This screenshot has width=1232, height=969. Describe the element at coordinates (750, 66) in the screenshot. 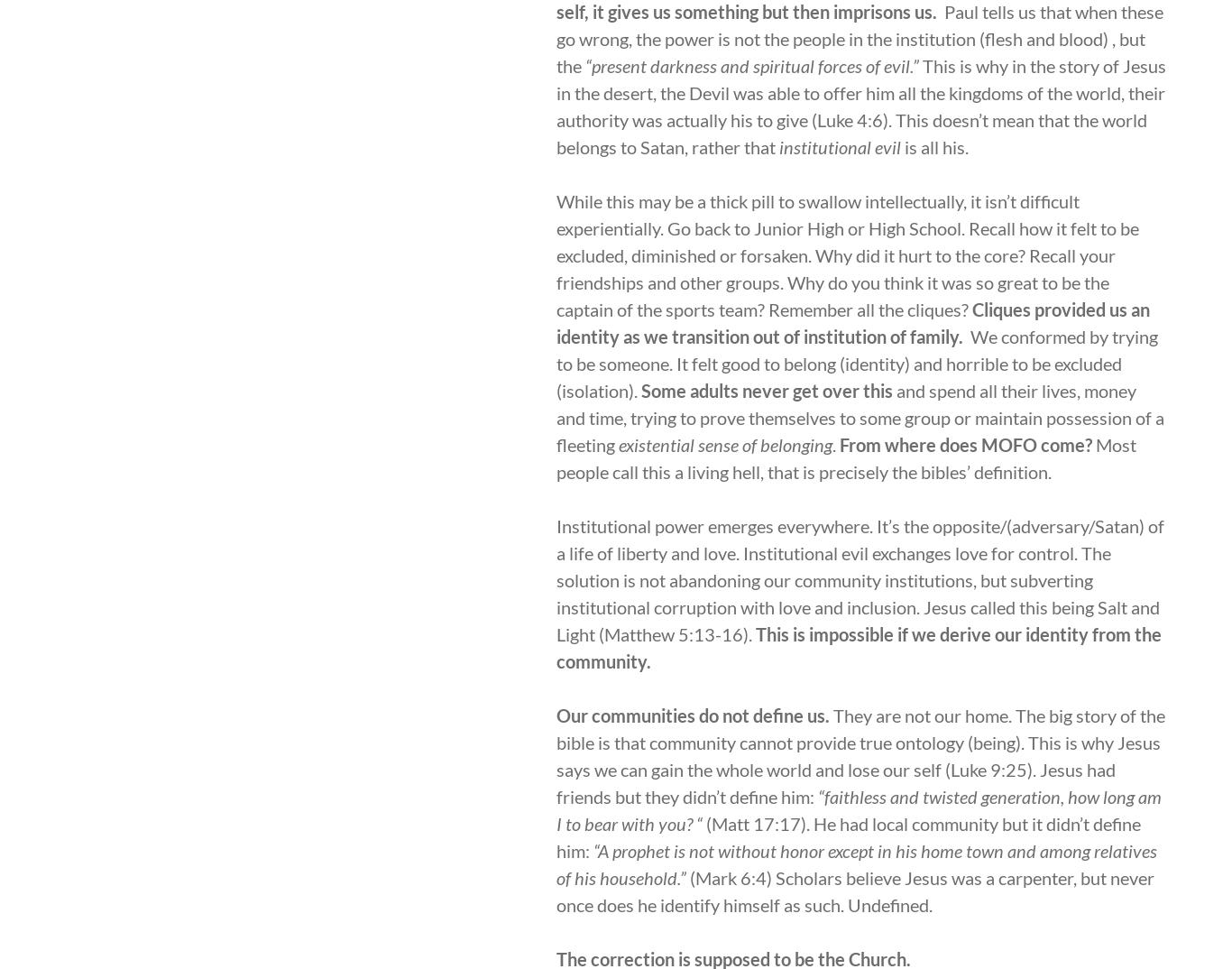

I see `'“present darkness and spiritual forces of evil.”'` at that location.